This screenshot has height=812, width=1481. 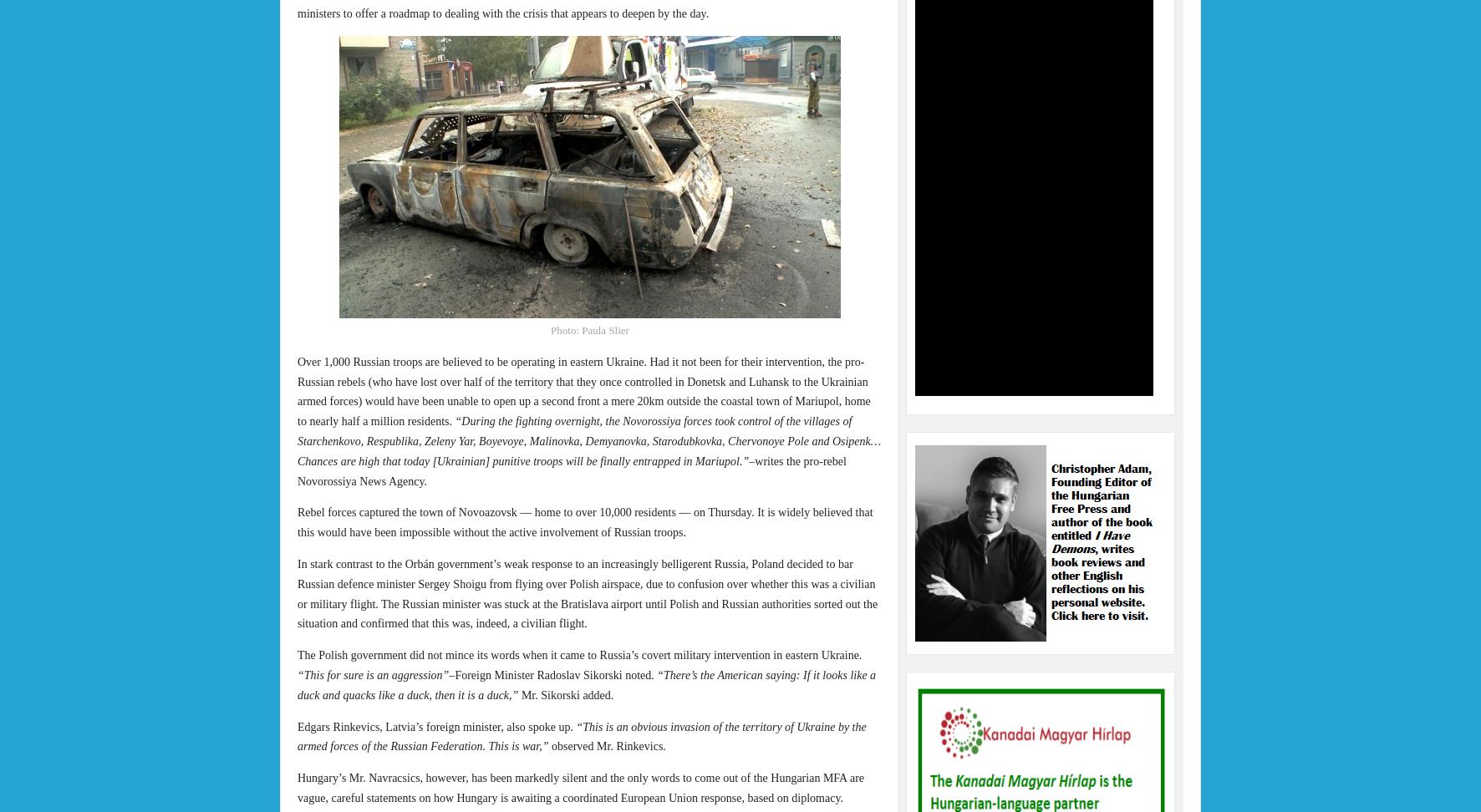 What do you see at coordinates (583, 390) in the screenshot?
I see `'Over 1,000 Russian troops are believed to be operating in eastern Ukraine. Had it not been for their intervention, the pro-Russian rebels (who have lost over half of the territory that they once controlled in Donetsk and Luhansk to the Ukrainian armed forces) would have been unable to open up a second front a mere 20km outside the coastal town of Mariupol, home to nearly half a million residents.'` at bounding box center [583, 390].